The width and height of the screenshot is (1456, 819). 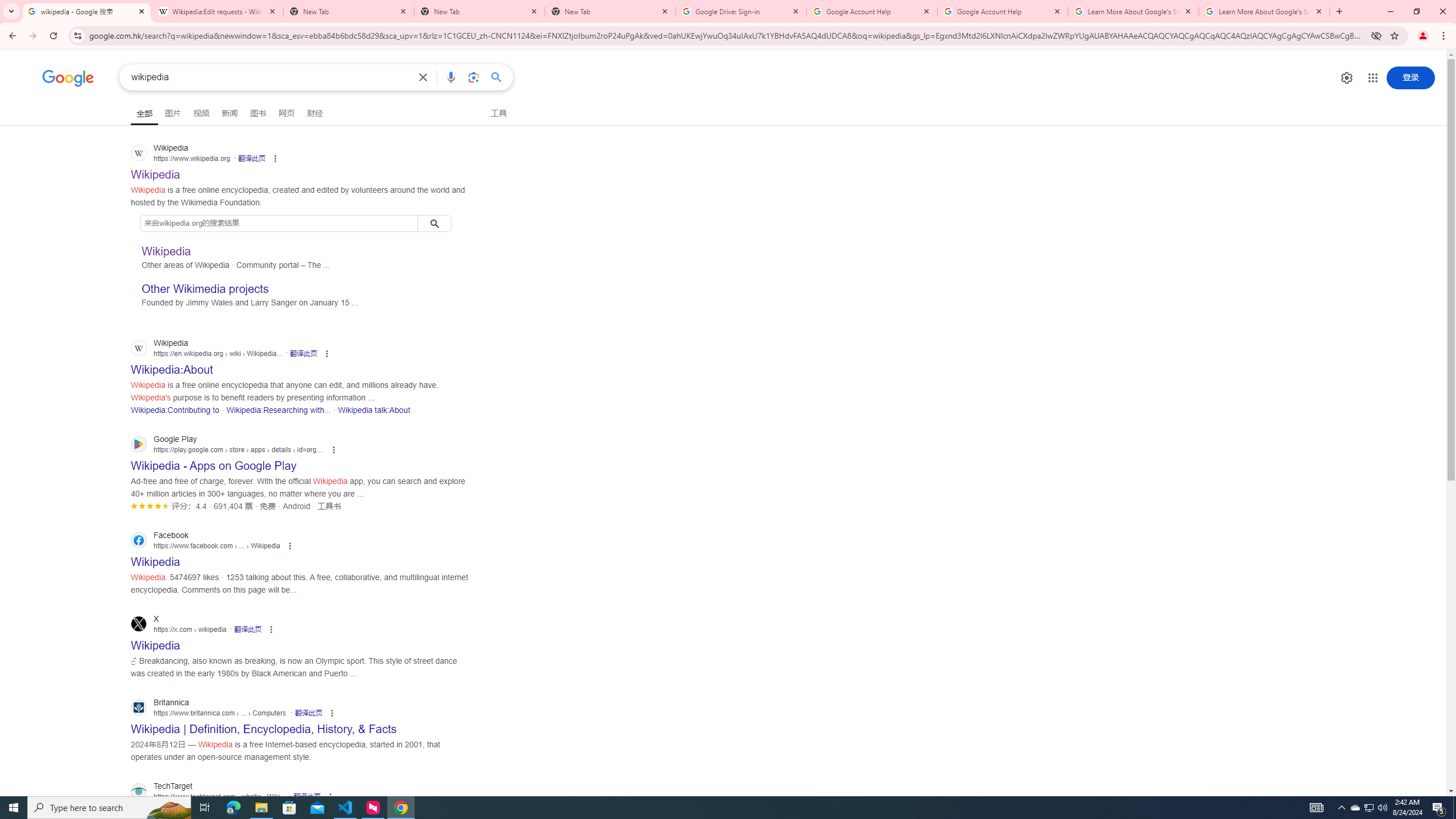 I want to click on ' Wikipedia Wikipedia https://www.wikipedia.org', so click(x=155, y=171).